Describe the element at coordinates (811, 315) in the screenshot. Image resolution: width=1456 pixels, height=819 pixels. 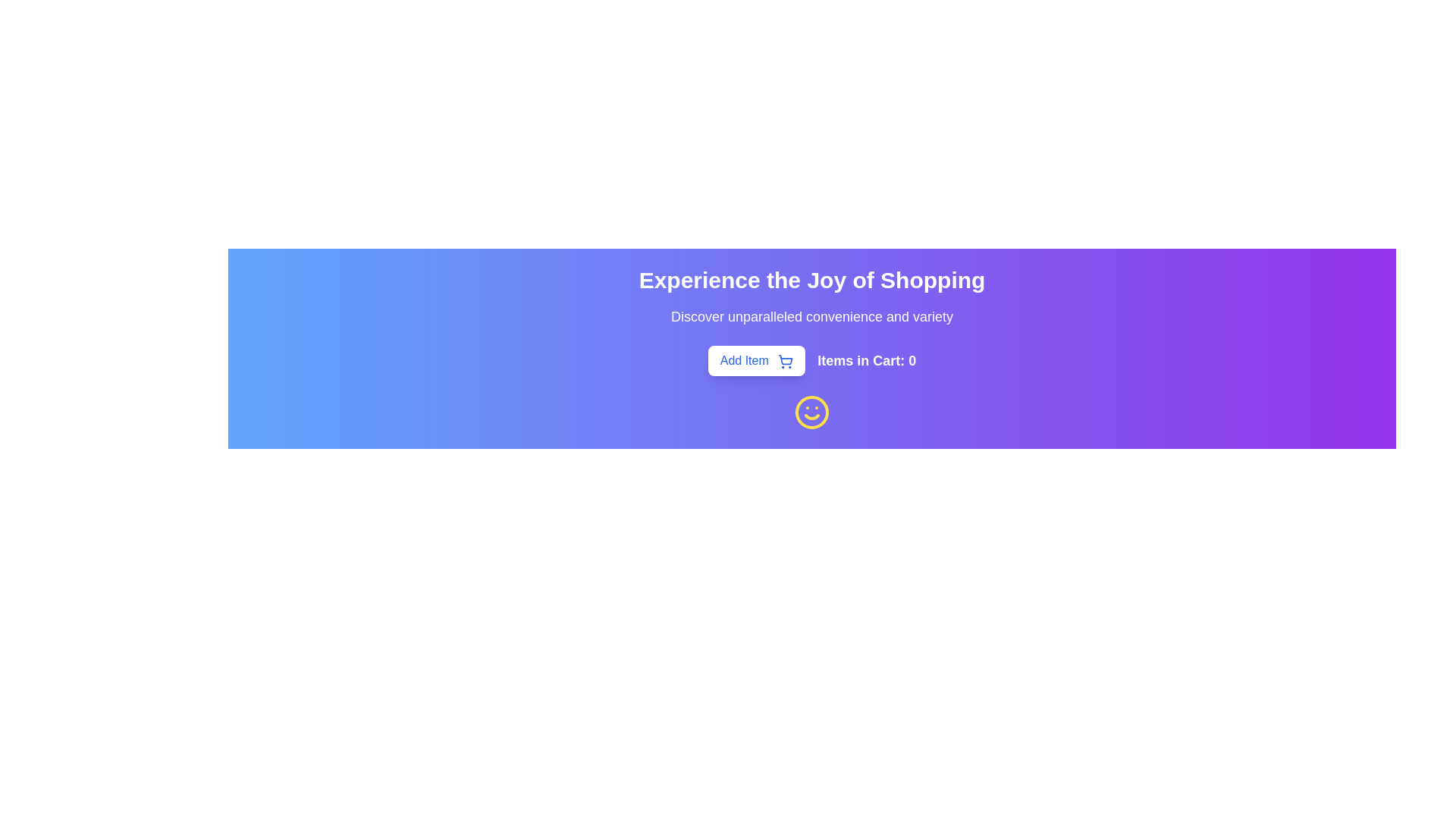
I see `the text element that conveys a key descriptive message about the platform's offerings, located below the main heading 'Experience the Joy of Shopping'` at that location.